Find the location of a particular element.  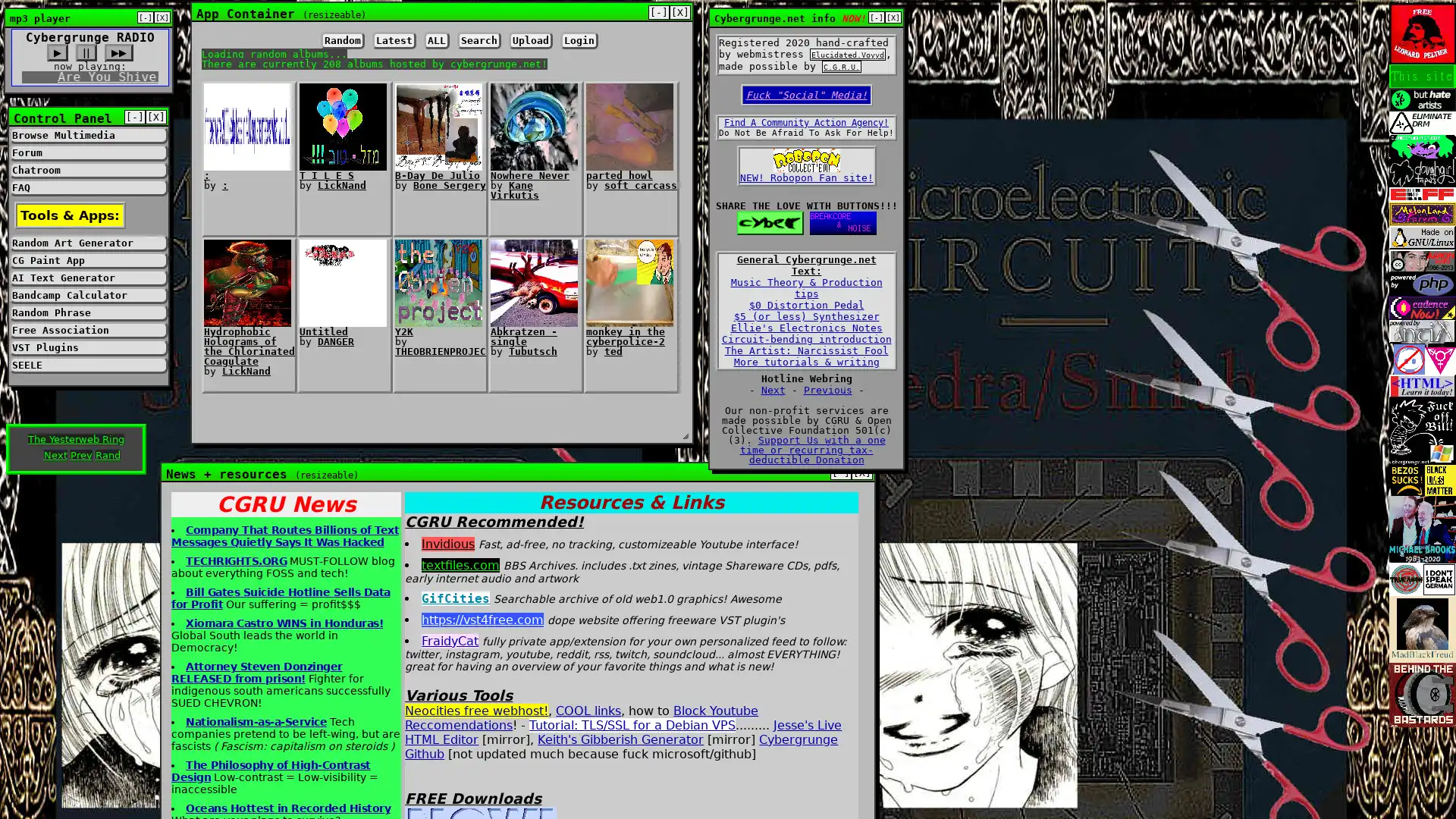

[-] is located at coordinates (134, 116).